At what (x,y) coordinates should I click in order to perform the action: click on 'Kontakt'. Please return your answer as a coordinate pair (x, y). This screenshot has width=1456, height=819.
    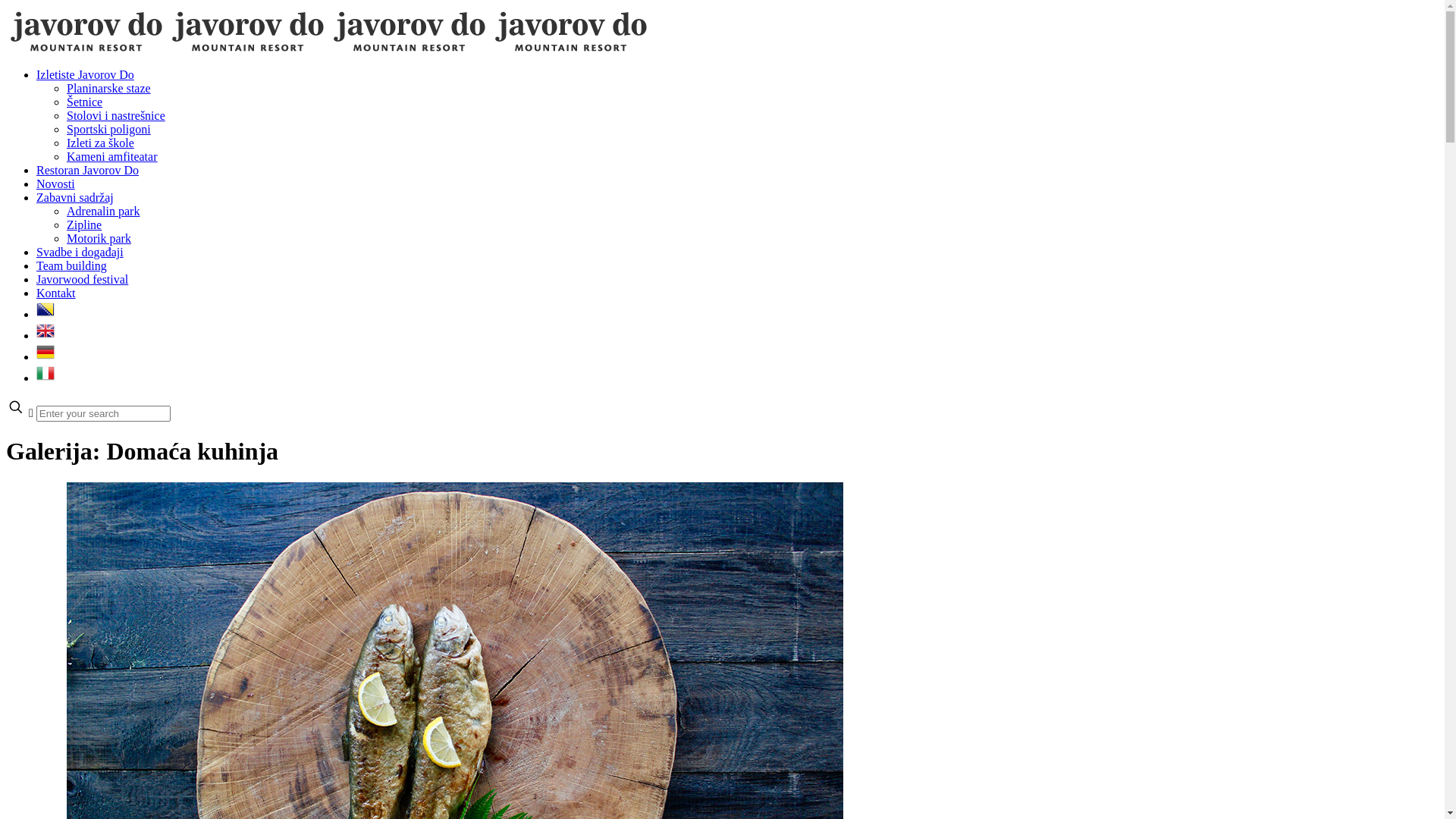
    Looking at the image, I should click on (55, 293).